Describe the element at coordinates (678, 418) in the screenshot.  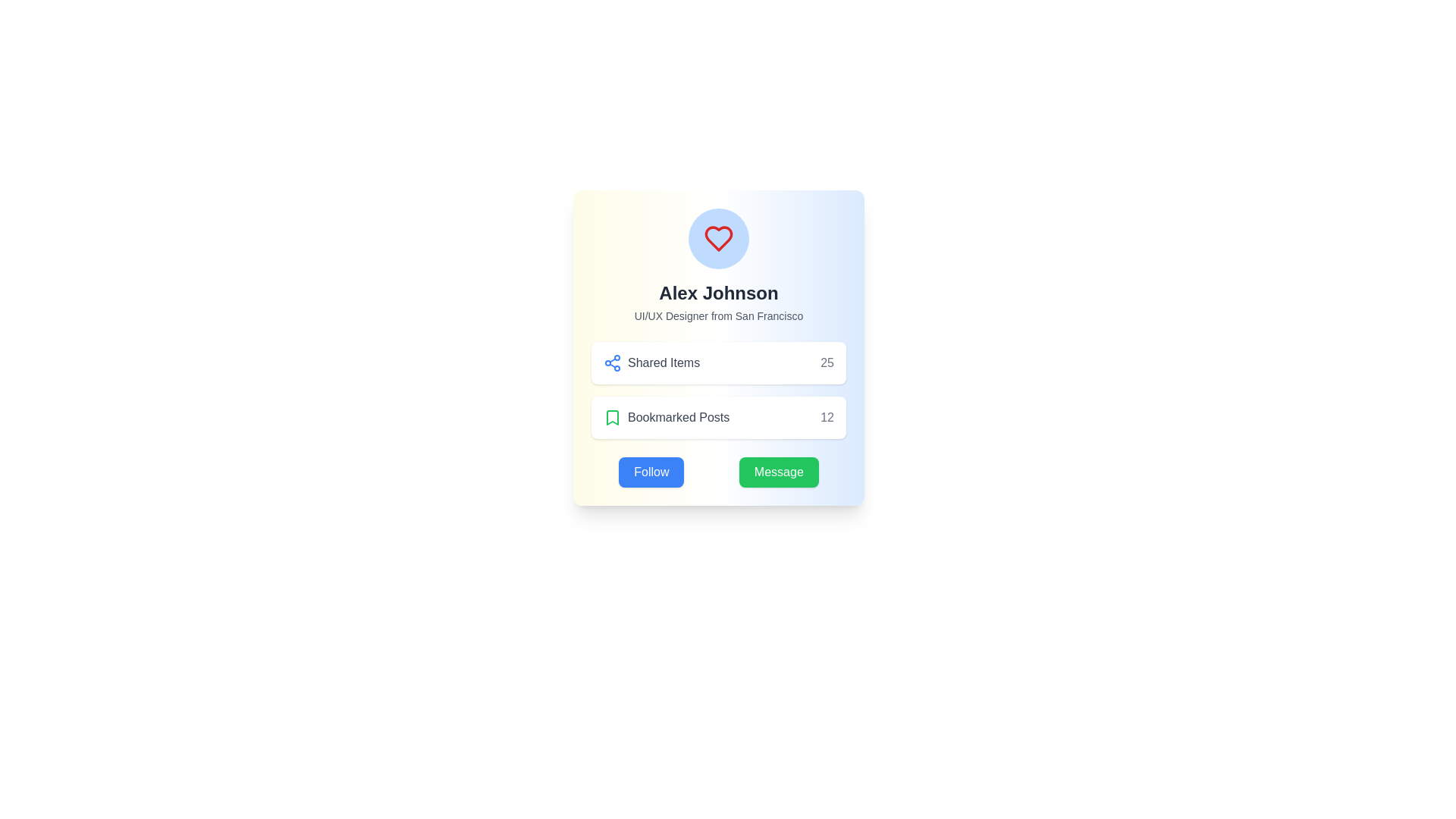
I see `the text label that describes saved or marked posts, located to the right of a green bookmark icon in the second row of a card layout` at that location.